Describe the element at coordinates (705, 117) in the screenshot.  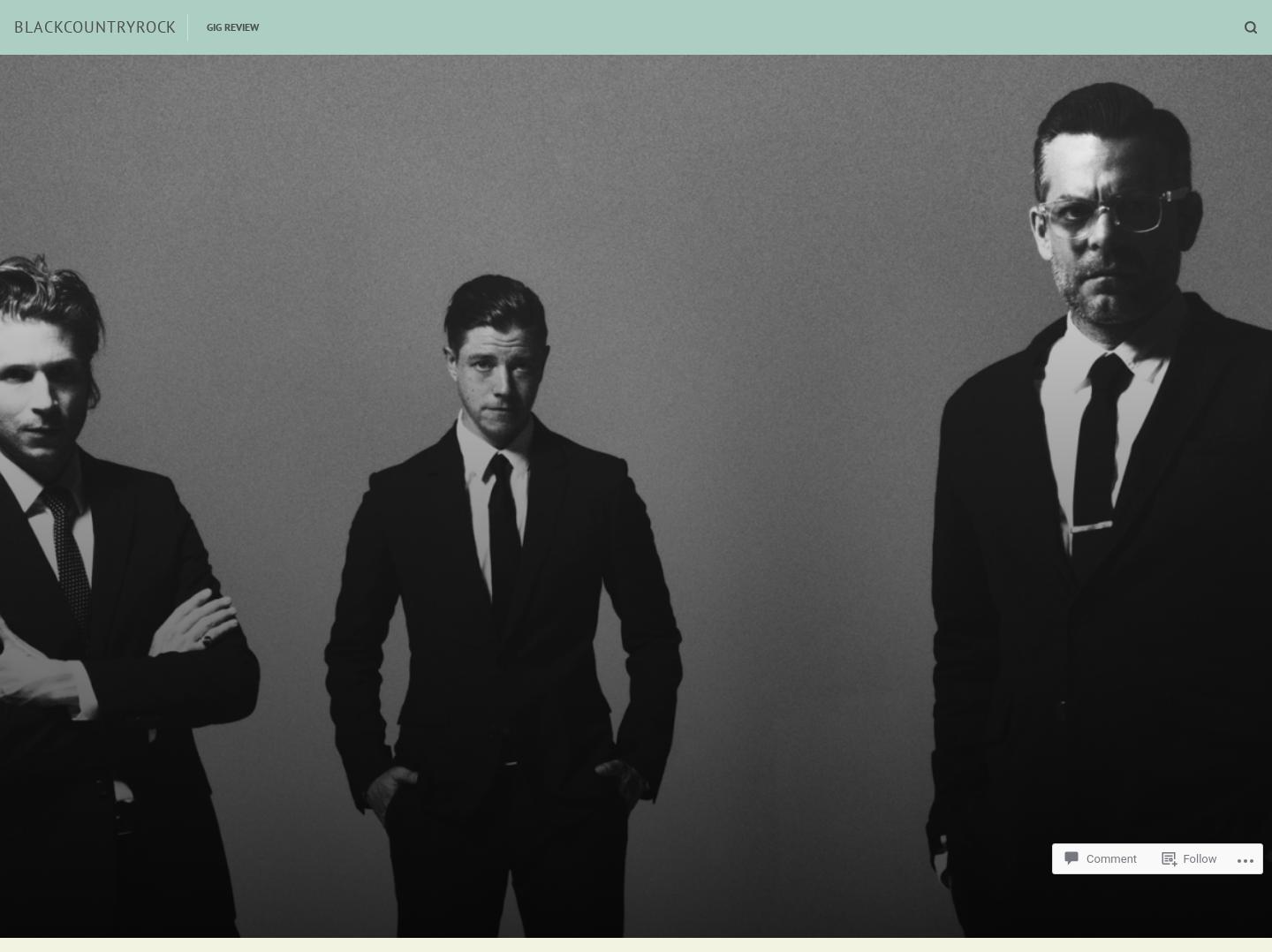
I see `'Relevance'` at that location.